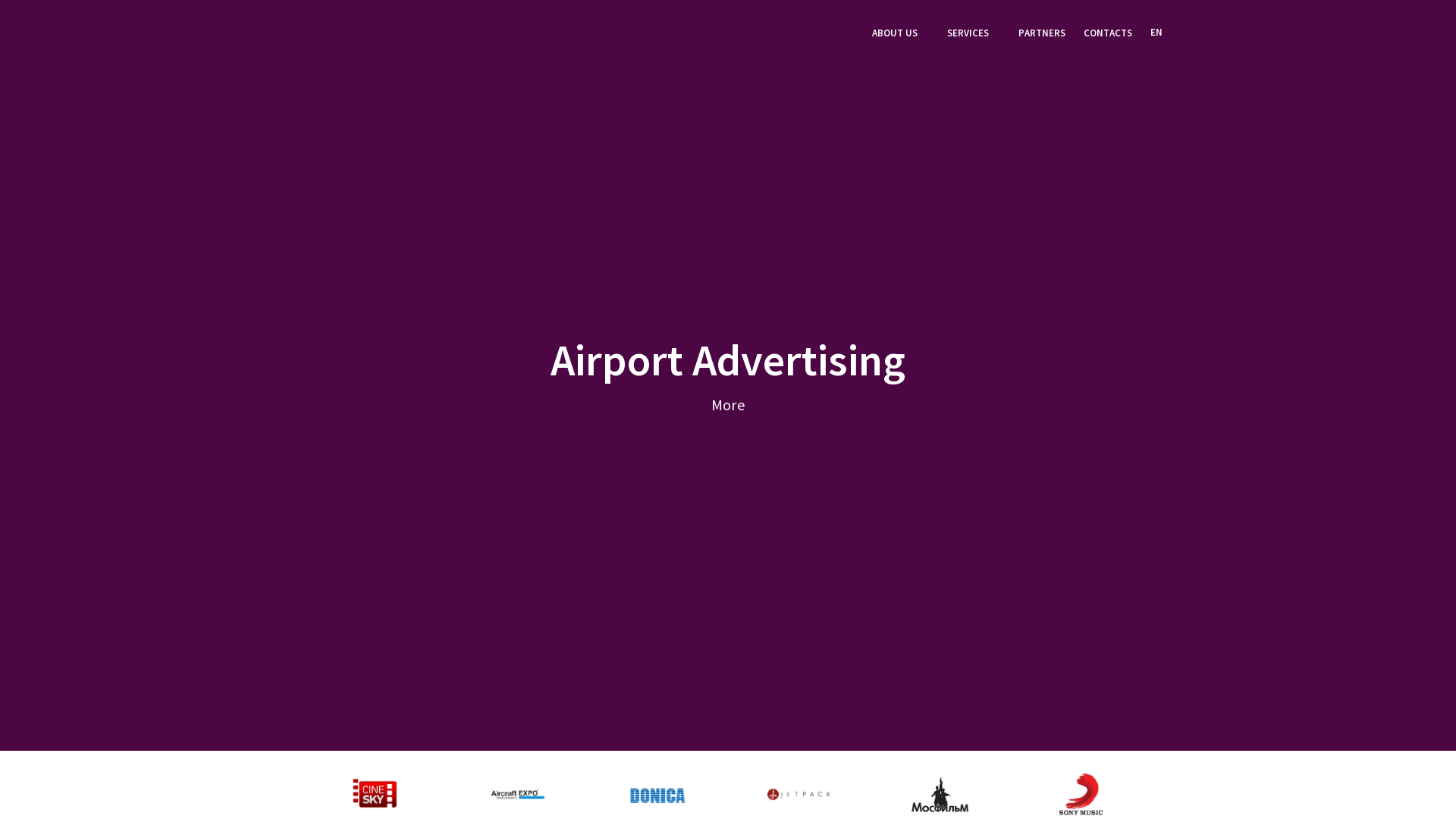 This screenshot has width=1456, height=819. What do you see at coordinates (728, 403) in the screenshot?
I see `'More'` at bounding box center [728, 403].